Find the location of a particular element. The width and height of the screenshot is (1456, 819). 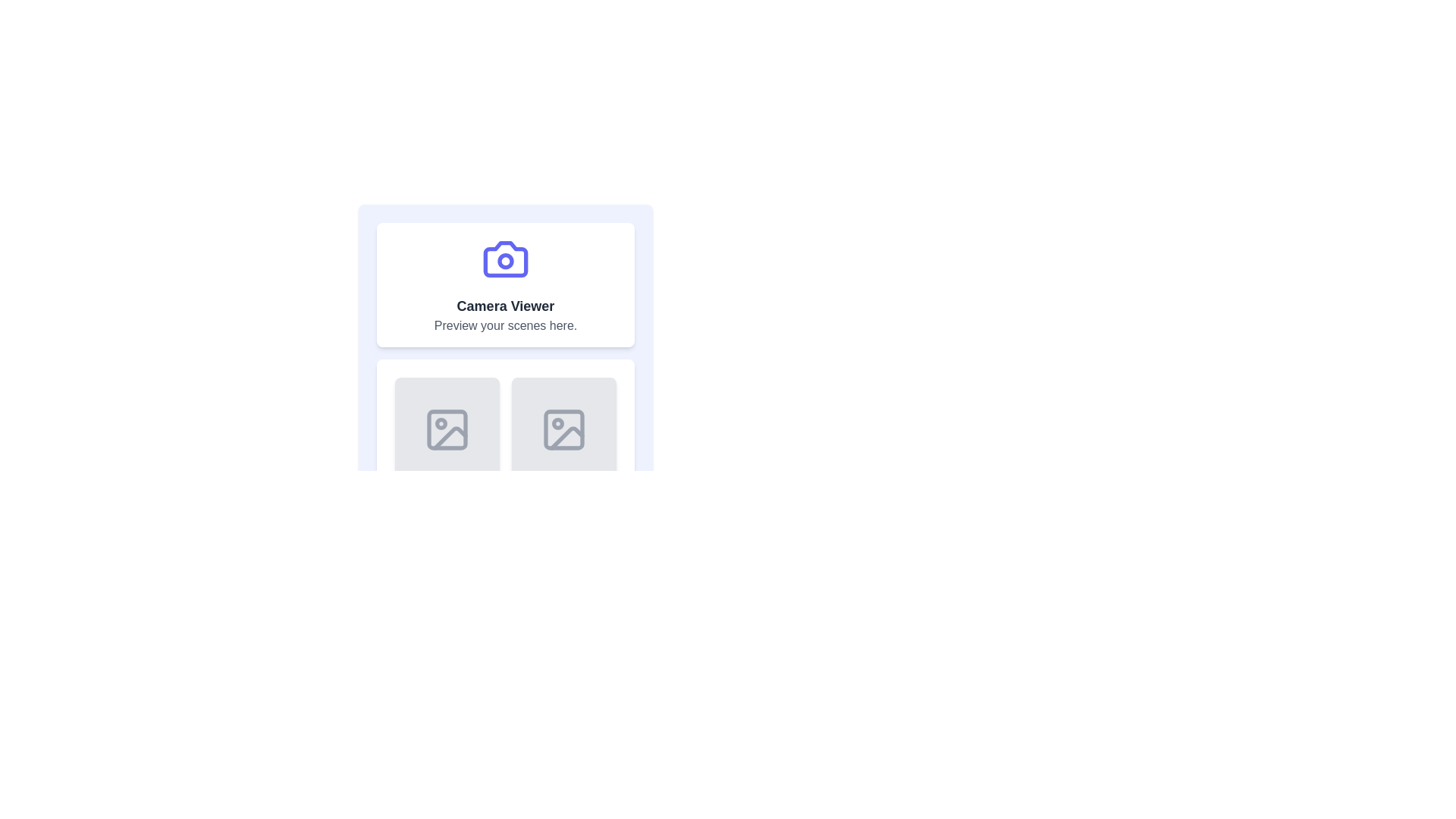

the inactive image placeholder icon button located in the bottom row of selectable elements, positioned to the right of another similar element is located at coordinates (563, 430).